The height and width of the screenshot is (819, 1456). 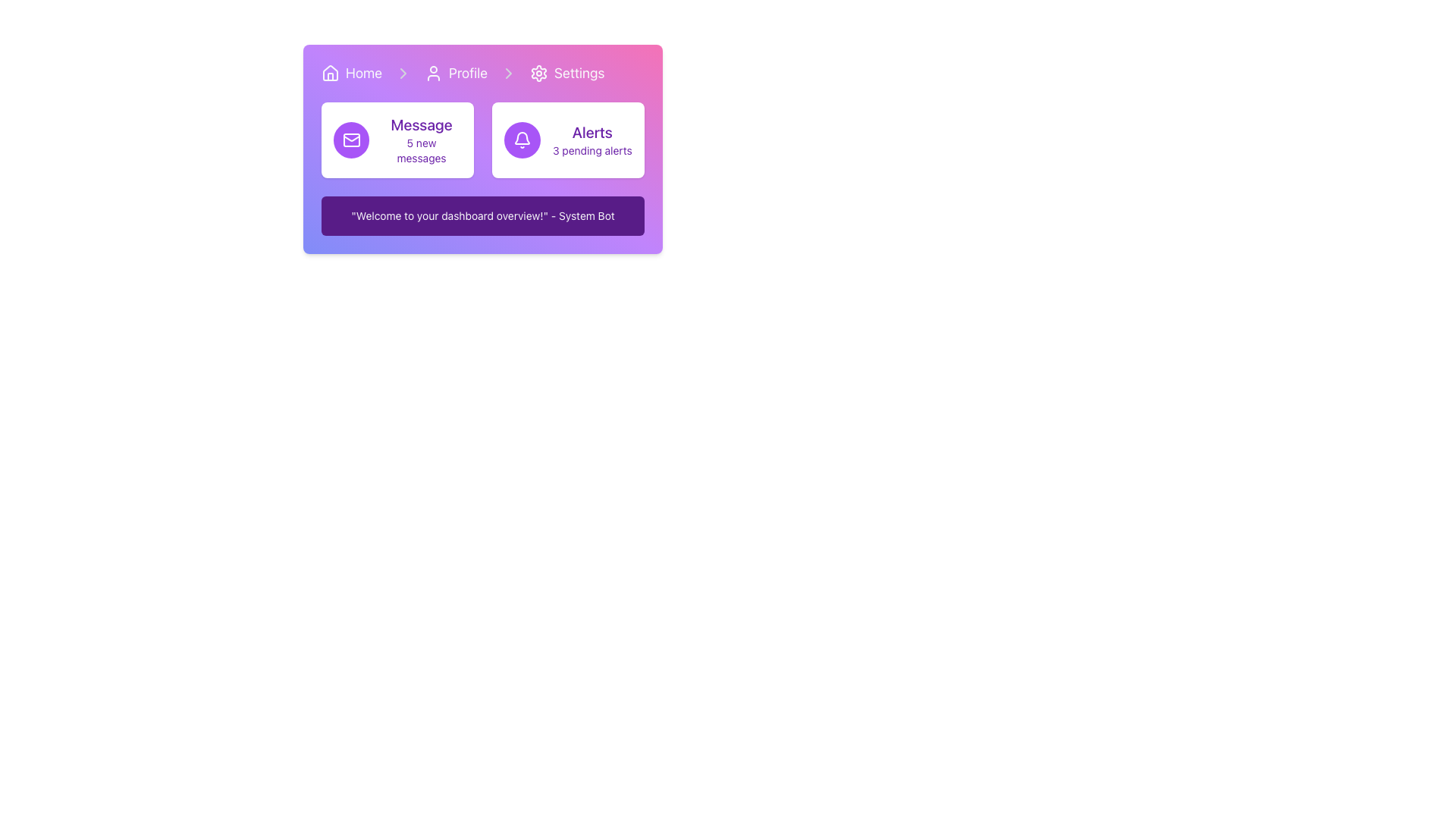 I want to click on 'Home' text label located in the navigation bar, which indicates the homepage section of the interface, so click(x=364, y=73).